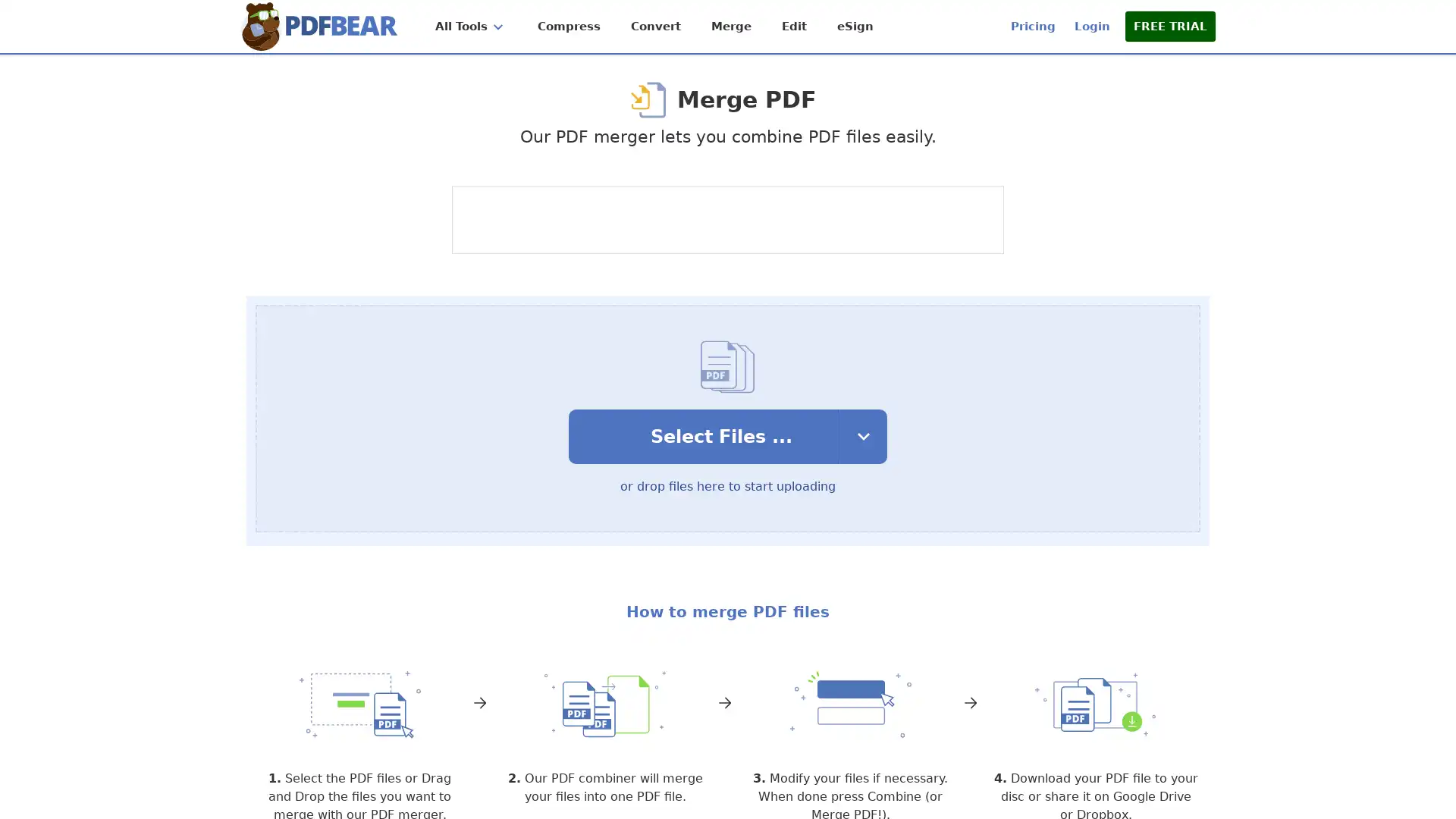 The width and height of the screenshot is (1456, 819). I want to click on Pricing, so click(1031, 26).